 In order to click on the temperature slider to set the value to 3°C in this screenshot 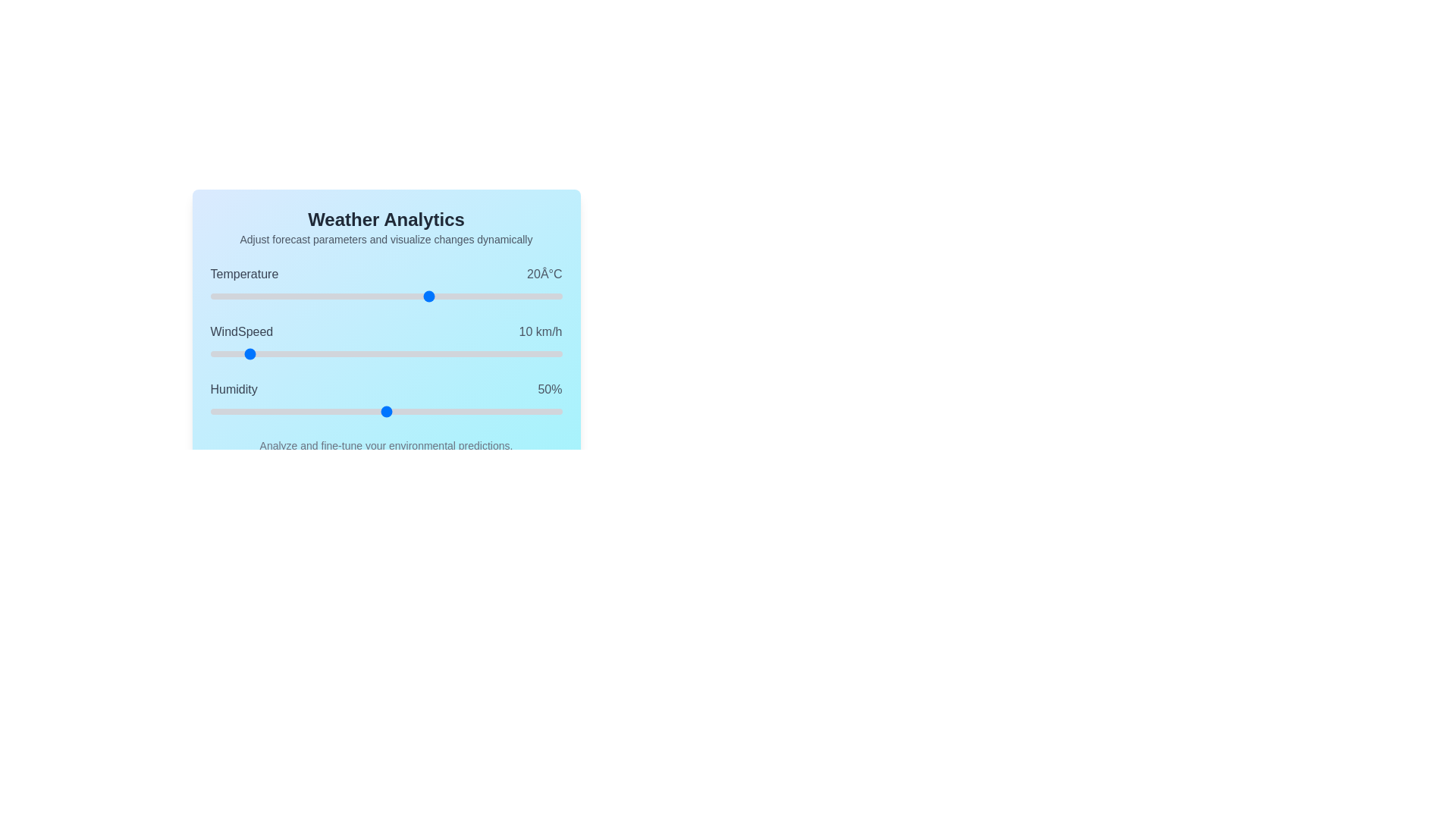, I will do `click(354, 296)`.